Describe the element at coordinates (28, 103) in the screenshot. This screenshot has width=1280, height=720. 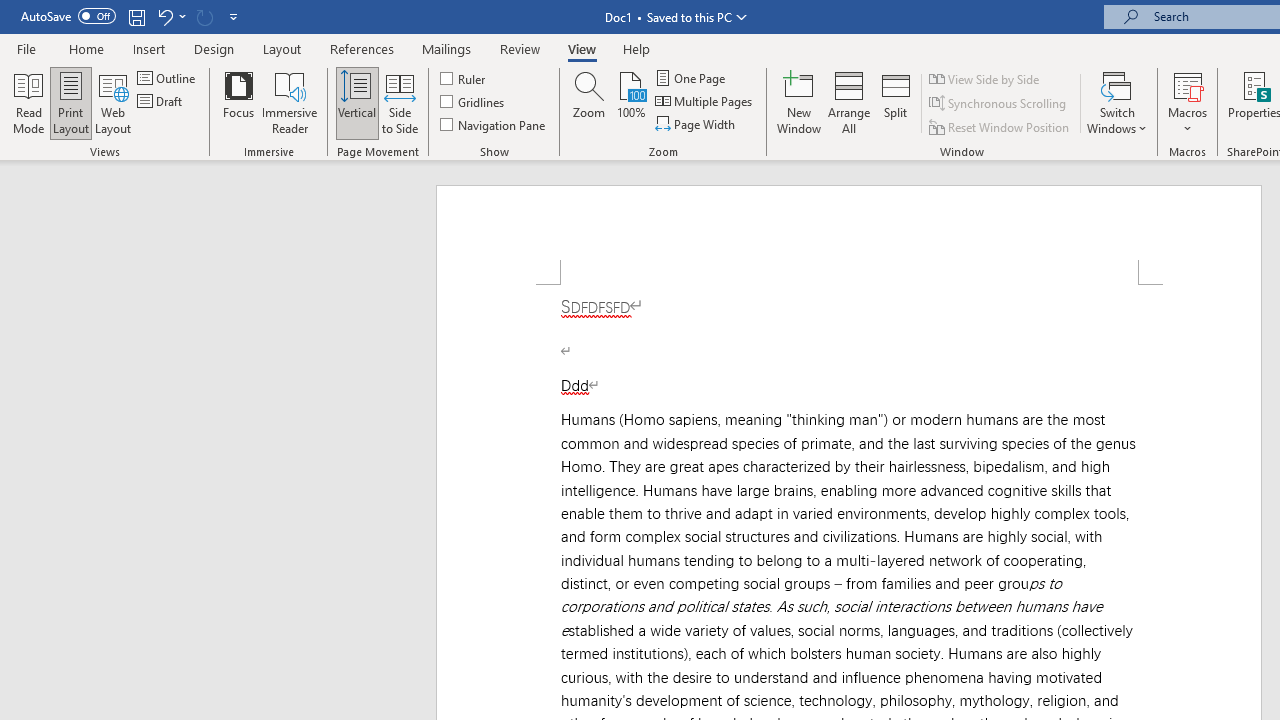
I see `'Read Mode'` at that location.